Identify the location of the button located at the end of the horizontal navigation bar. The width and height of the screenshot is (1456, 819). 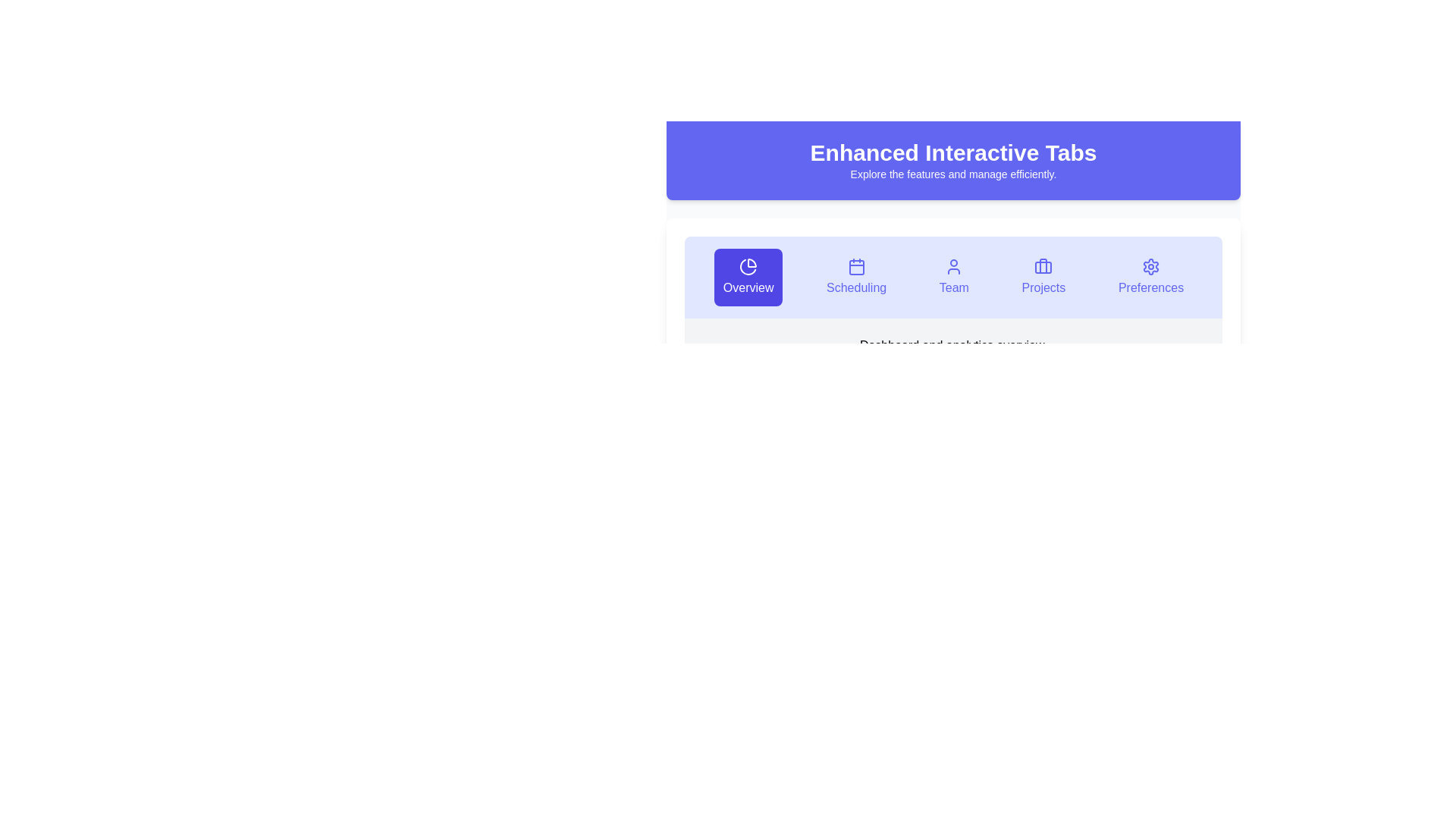
(1150, 278).